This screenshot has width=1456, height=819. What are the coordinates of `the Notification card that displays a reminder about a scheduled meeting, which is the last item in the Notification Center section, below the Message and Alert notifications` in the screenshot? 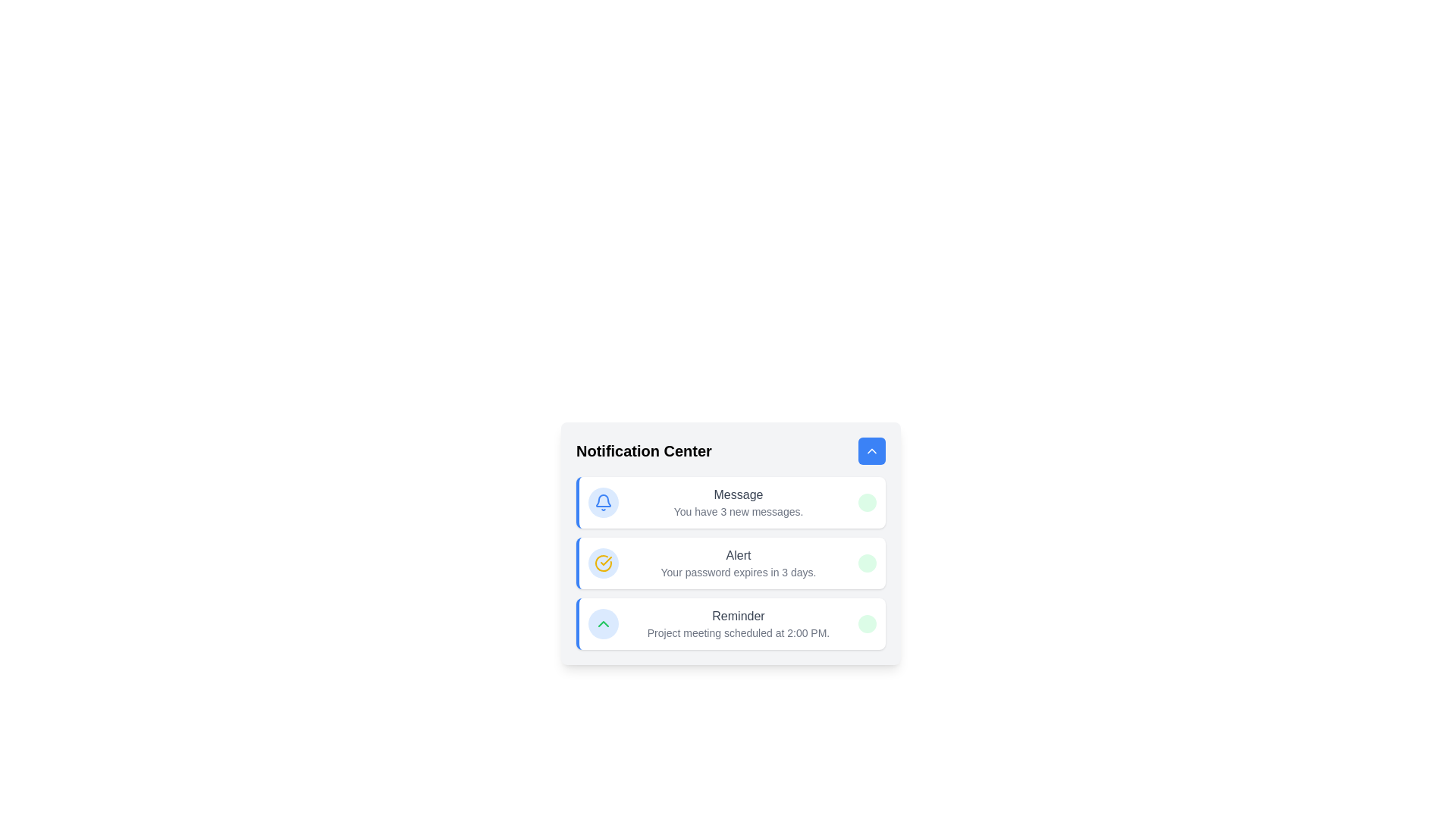 It's located at (731, 623).